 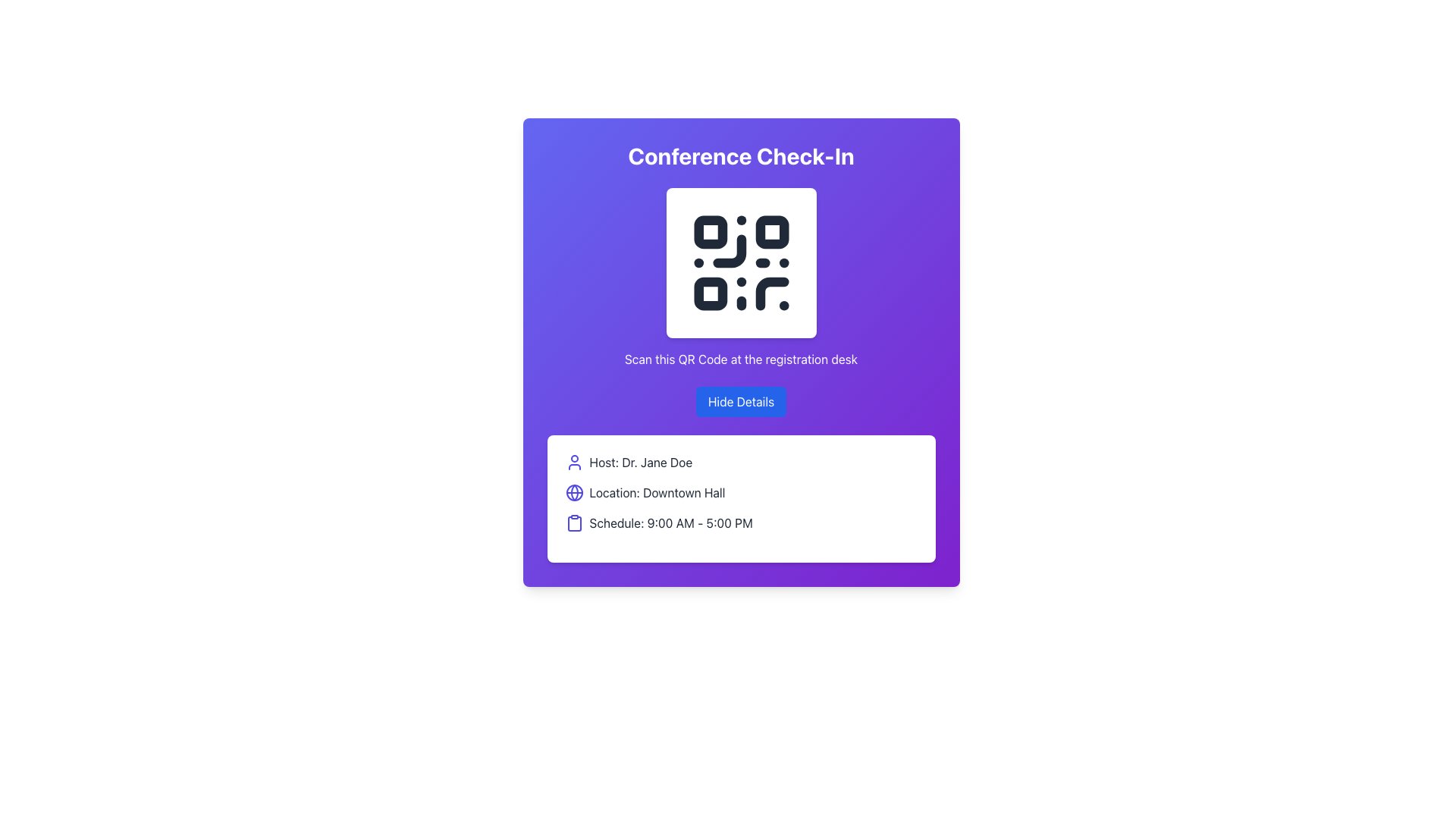 What do you see at coordinates (573, 461) in the screenshot?
I see `the first SVG icon representing the 'Host' section, located to the left of the text 'Host: Dr. Jane Doe'` at bounding box center [573, 461].